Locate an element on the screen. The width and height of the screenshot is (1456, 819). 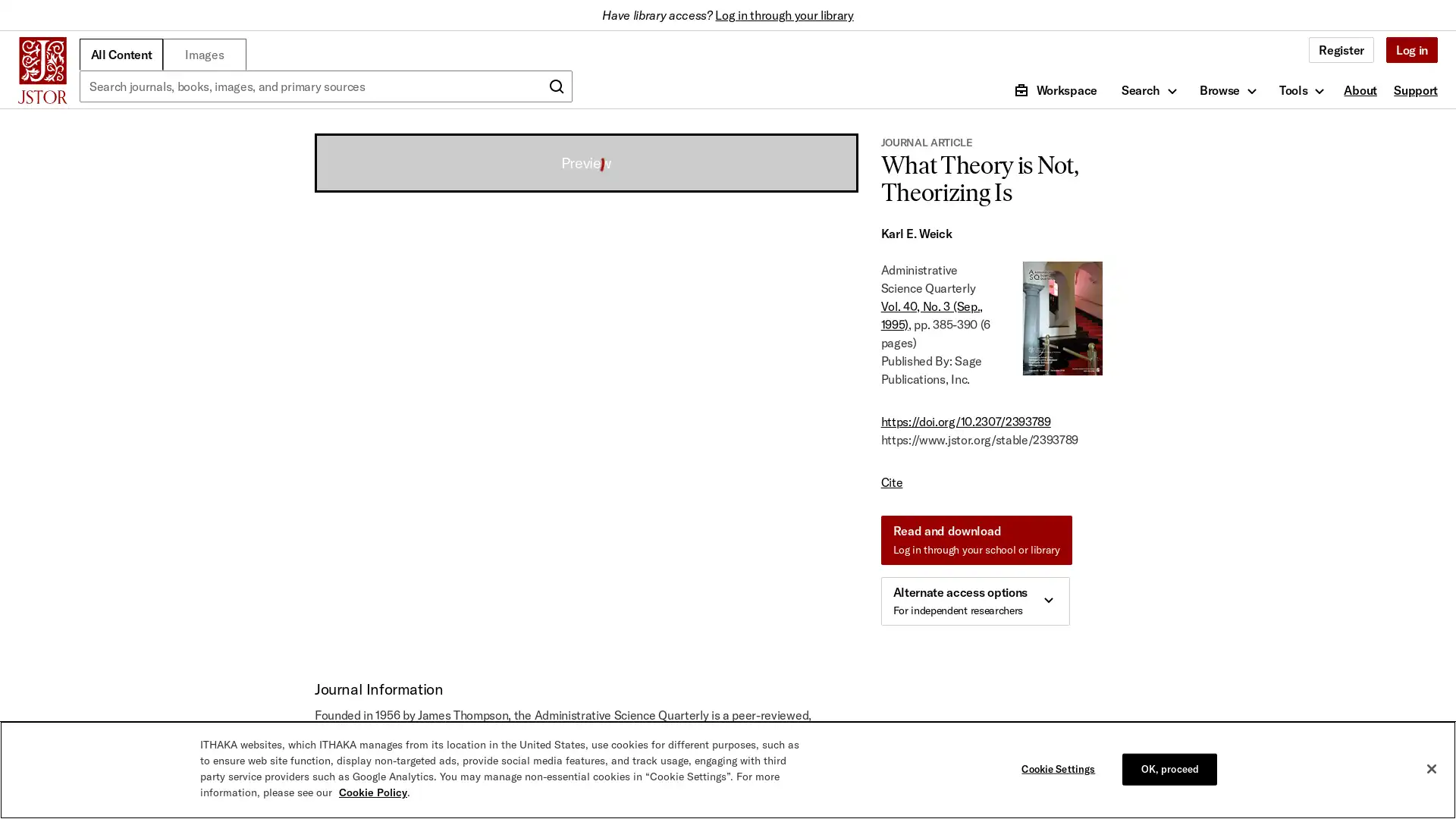
Register is located at coordinates (1341, 49).